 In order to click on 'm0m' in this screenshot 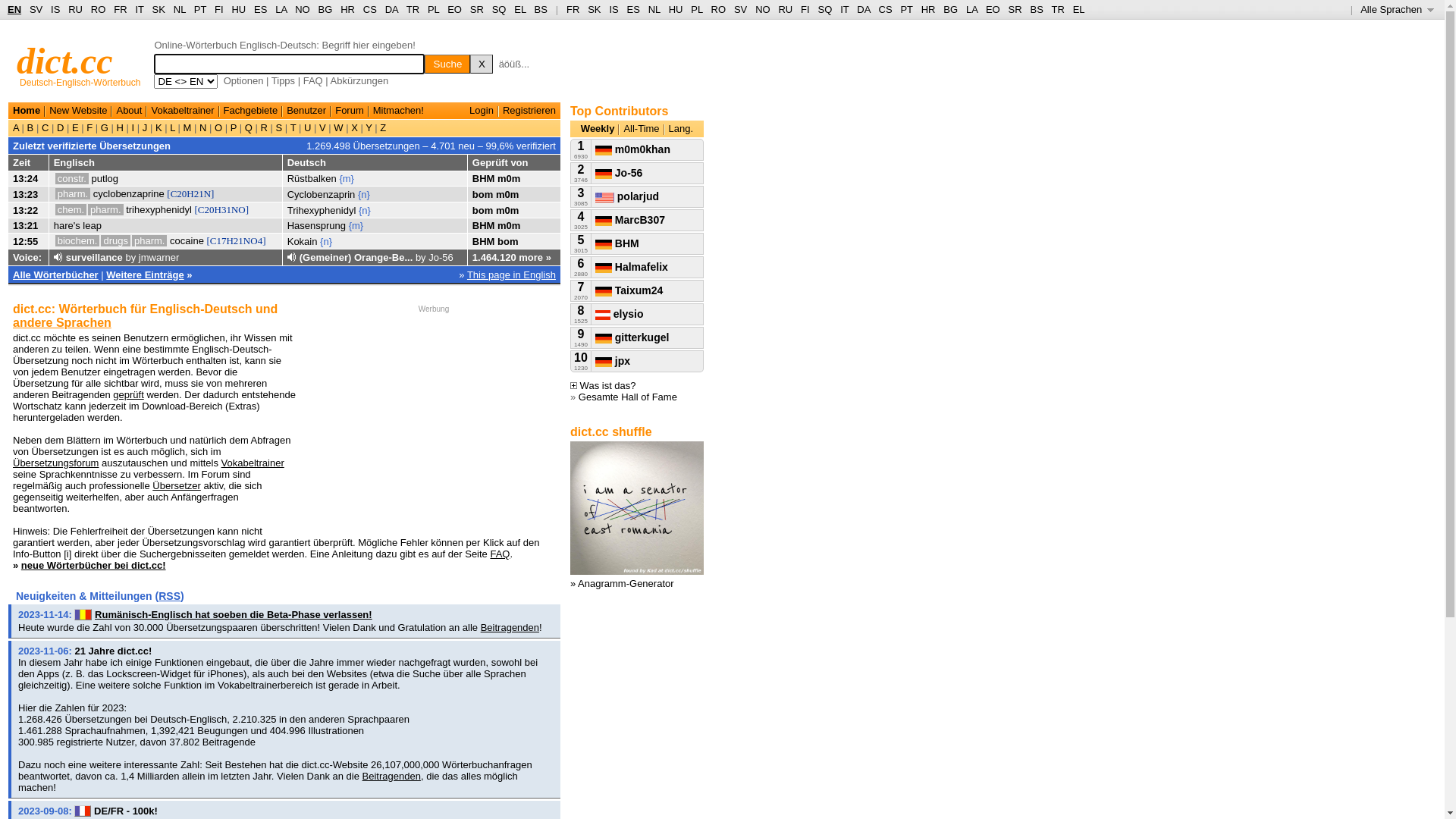, I will do `click(507, 193)`.